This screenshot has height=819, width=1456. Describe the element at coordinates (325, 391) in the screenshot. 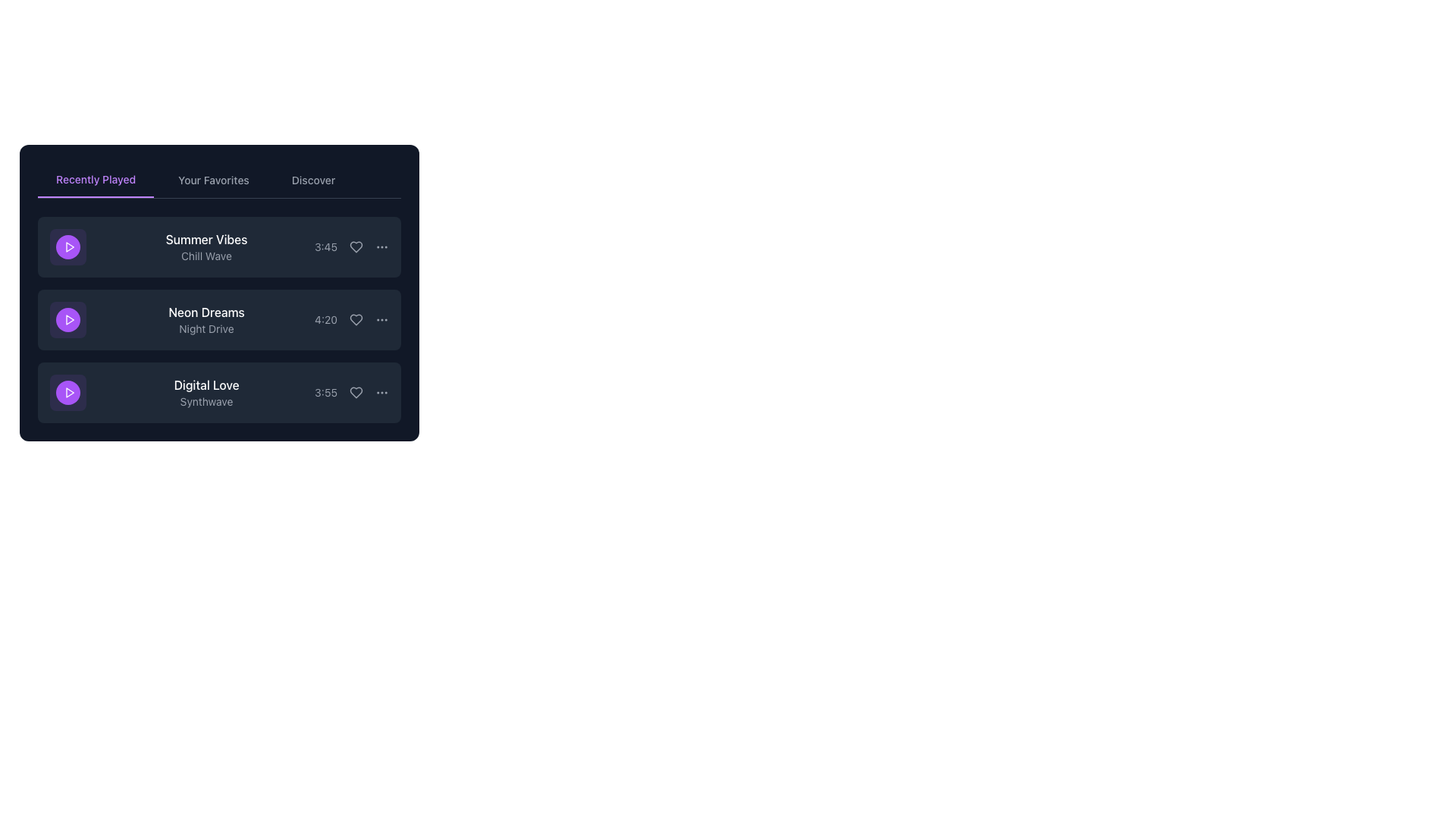

I see `value displayed in the leftmost text label indicating the duration of the track 'Digital Love', located in the last entry of the vertical list` at that location.